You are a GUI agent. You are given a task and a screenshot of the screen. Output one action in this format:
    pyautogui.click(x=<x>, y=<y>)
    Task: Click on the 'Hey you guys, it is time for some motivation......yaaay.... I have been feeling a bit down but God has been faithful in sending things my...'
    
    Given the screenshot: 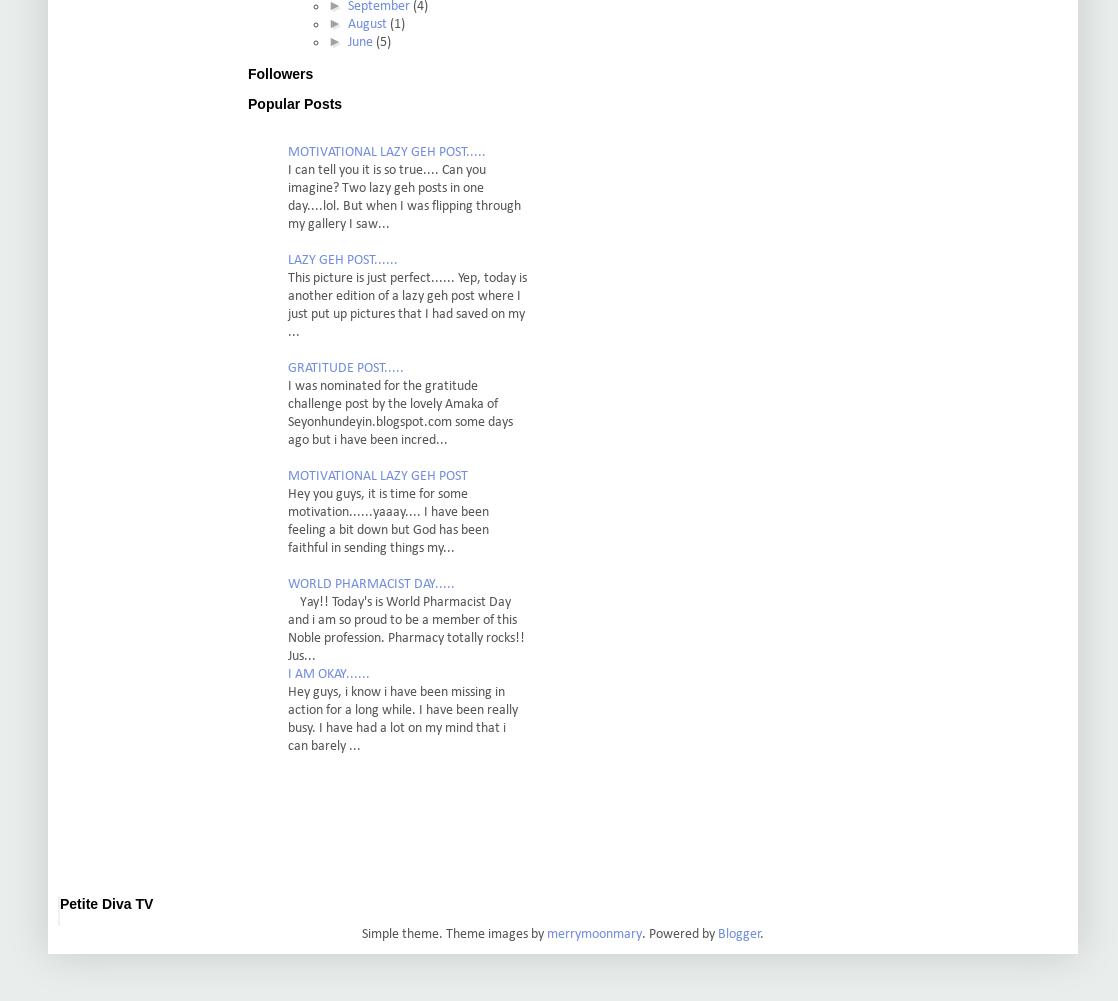 What is the action you would take?
    pyautogui.click(x=387, y=520)
    